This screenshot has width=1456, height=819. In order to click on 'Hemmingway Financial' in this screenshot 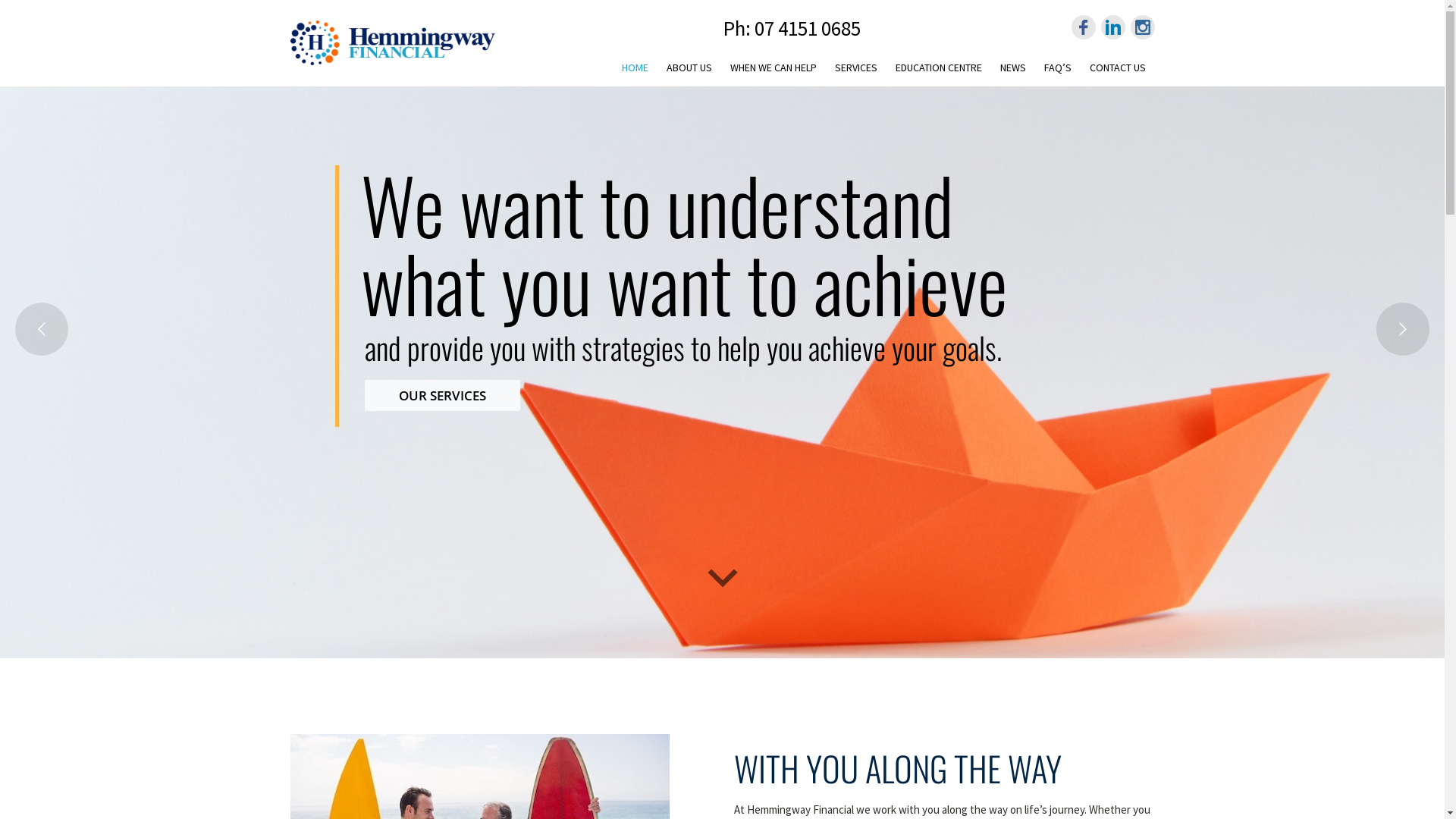, I will do `click(290, 40)`.